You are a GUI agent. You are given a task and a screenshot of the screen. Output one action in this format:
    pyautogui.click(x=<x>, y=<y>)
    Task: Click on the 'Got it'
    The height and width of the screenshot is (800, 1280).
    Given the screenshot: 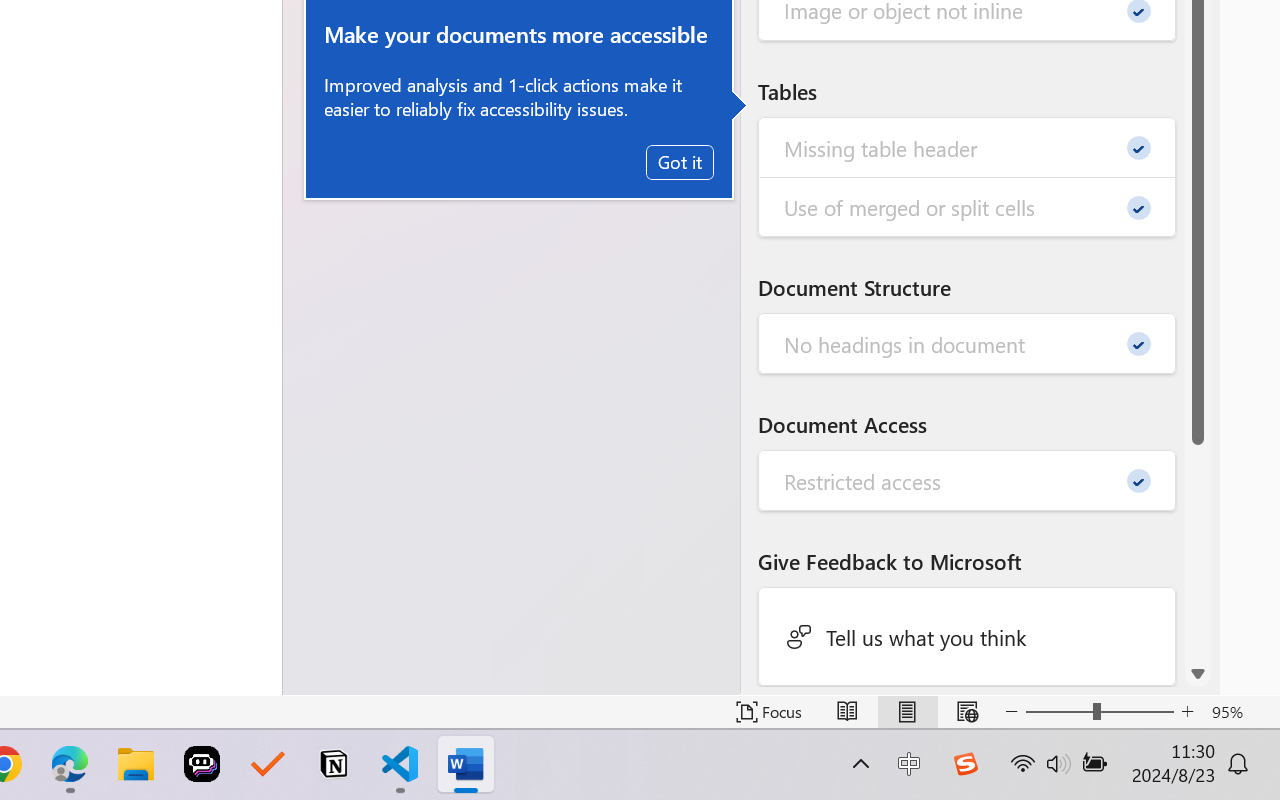 What is the action you would take?
    pyautogui.click(x=680, y=162)
    